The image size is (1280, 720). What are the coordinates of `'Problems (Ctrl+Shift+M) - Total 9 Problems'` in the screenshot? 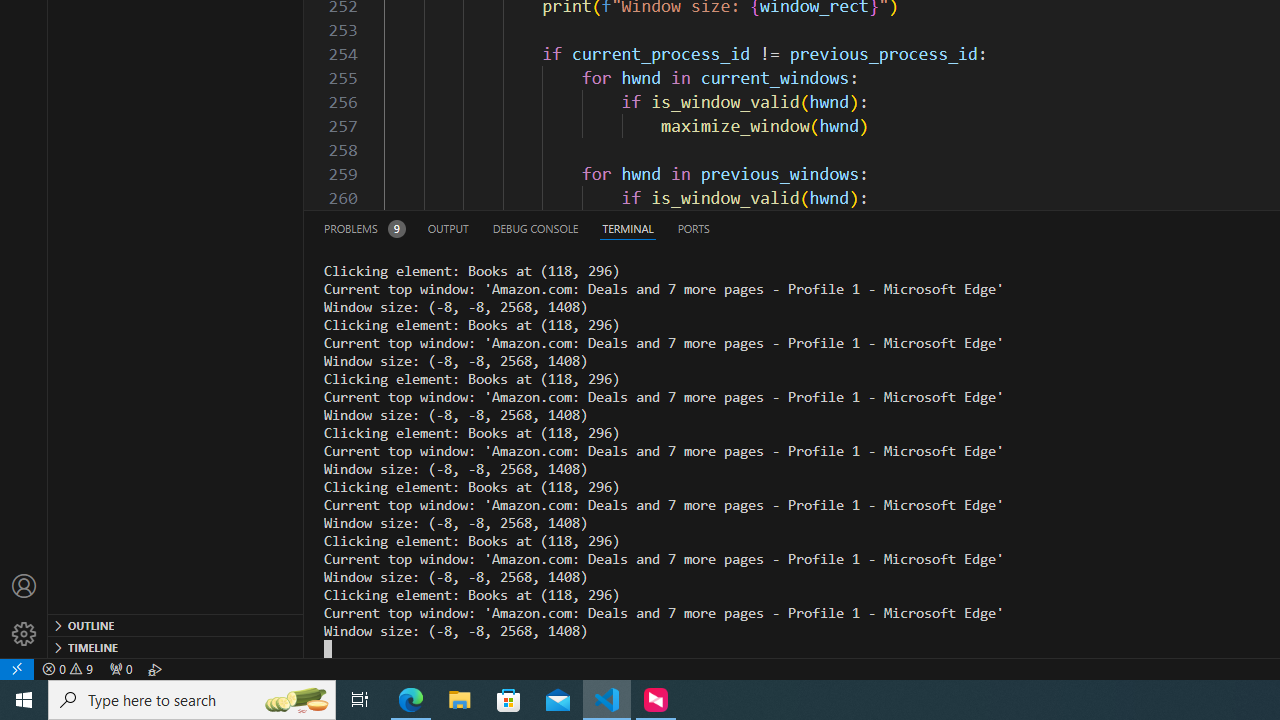 It's located at (364, 227).